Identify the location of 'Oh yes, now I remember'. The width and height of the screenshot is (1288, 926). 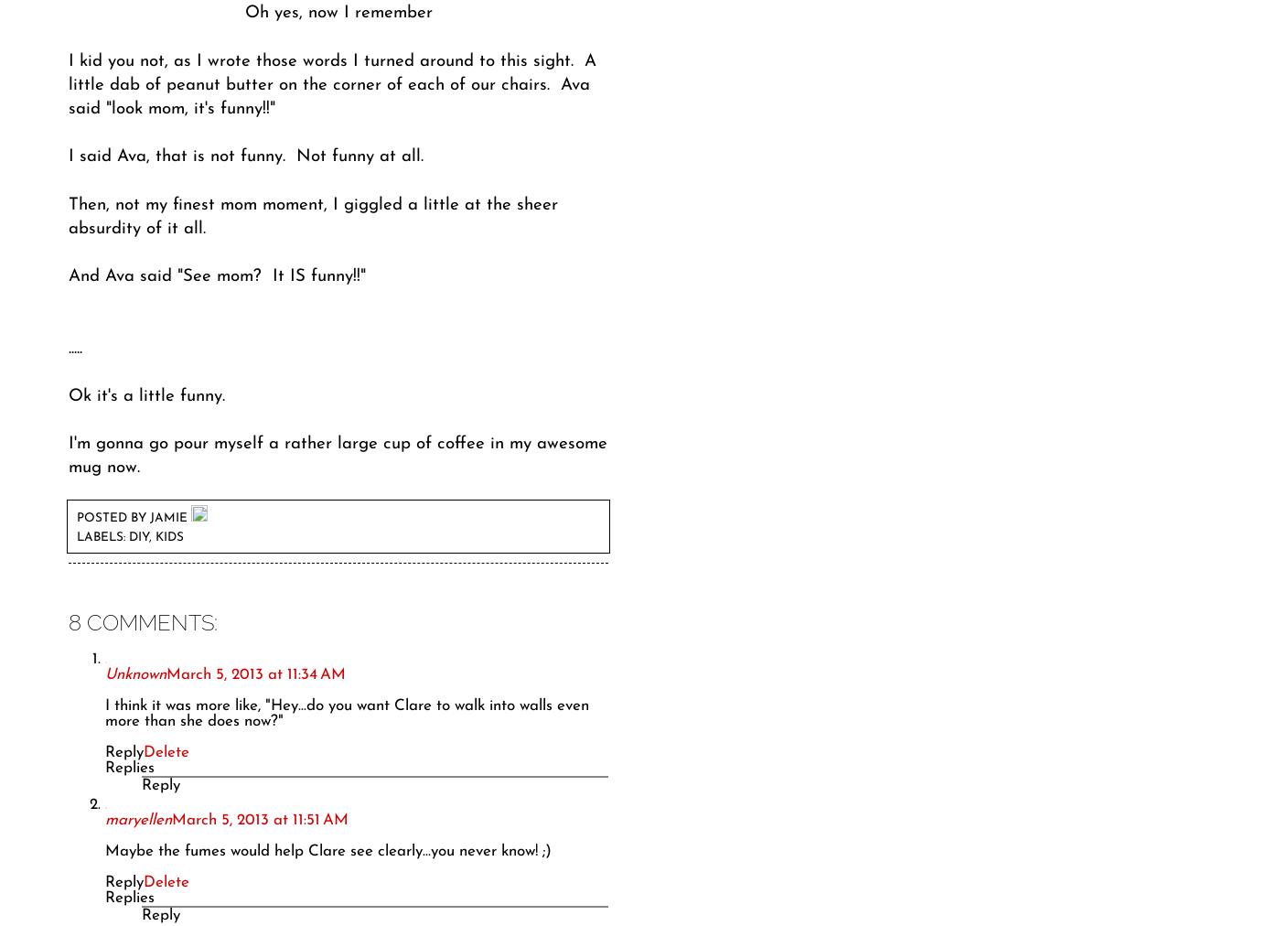
(337, 12).